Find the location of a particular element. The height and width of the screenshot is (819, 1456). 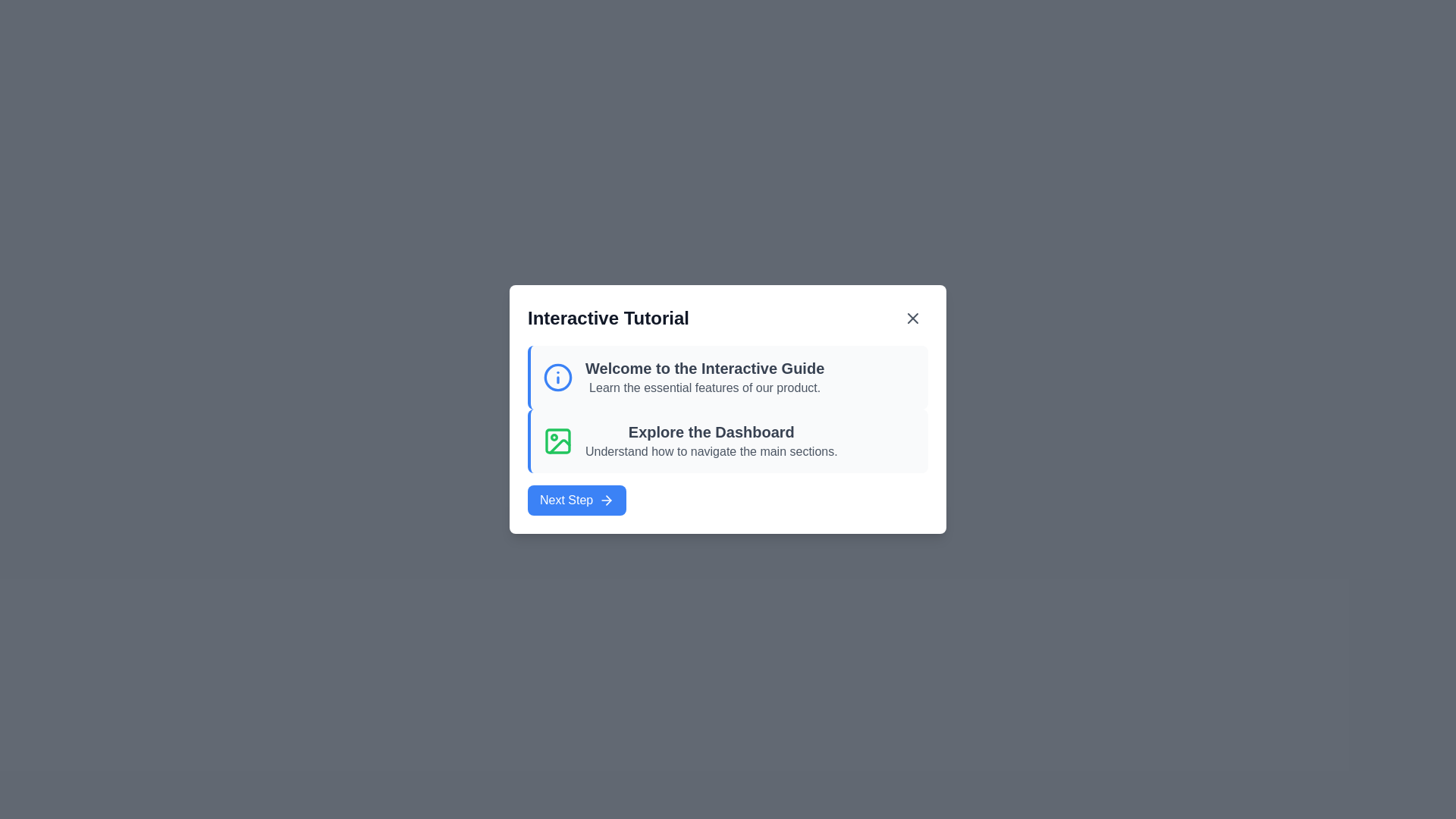

the circular close button with an 'X' symbol located in the top-right corner of the 'Interactive Tutorial' card to change its color is located at coordinates (912, 318).